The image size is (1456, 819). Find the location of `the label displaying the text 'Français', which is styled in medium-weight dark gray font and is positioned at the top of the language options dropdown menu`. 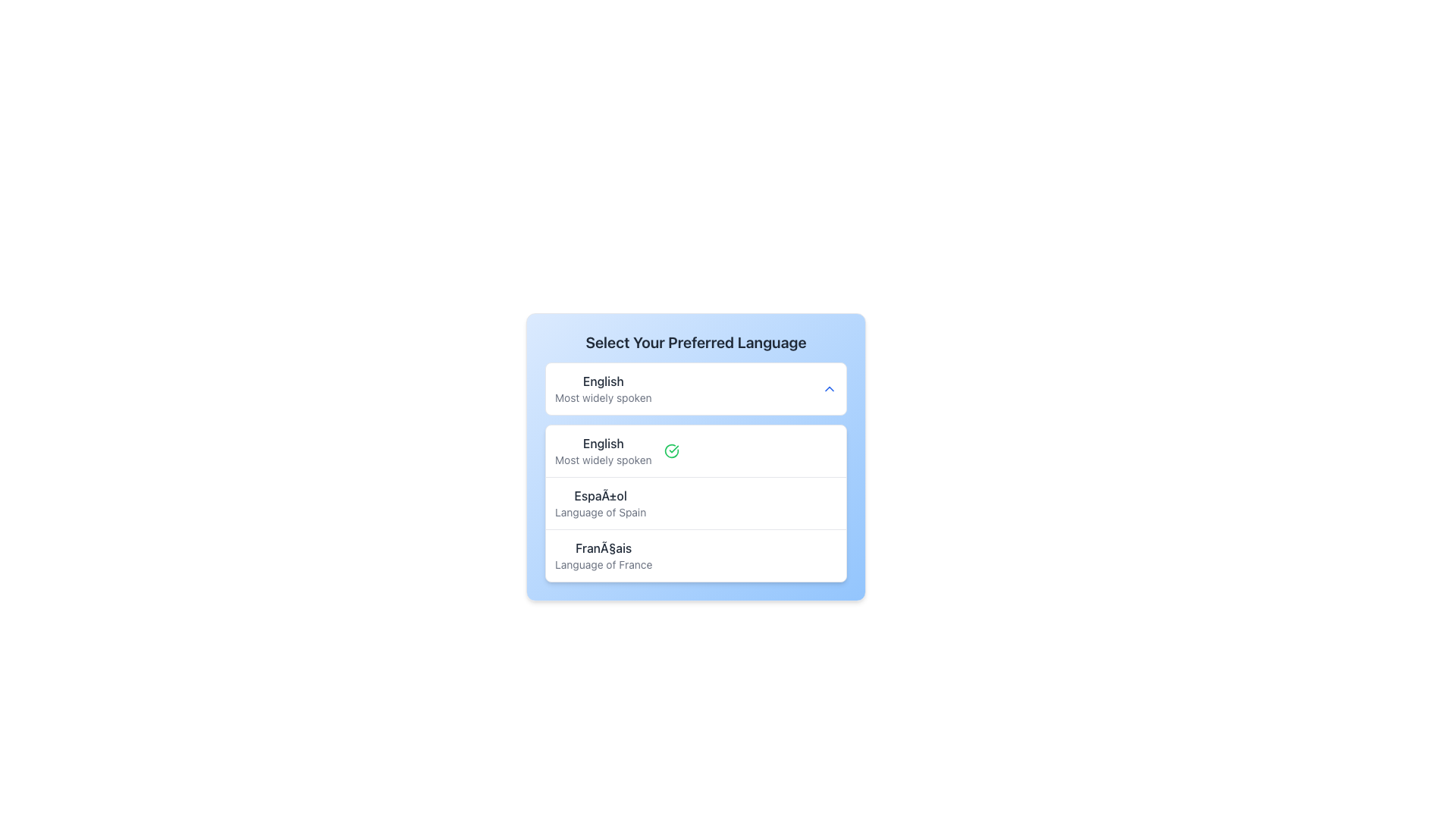

the label displaying the text 'Français', which is styled in medium-weight dark gray font and is positioned at the top of the language options dropdown menu is located at coordinates (603, 548).